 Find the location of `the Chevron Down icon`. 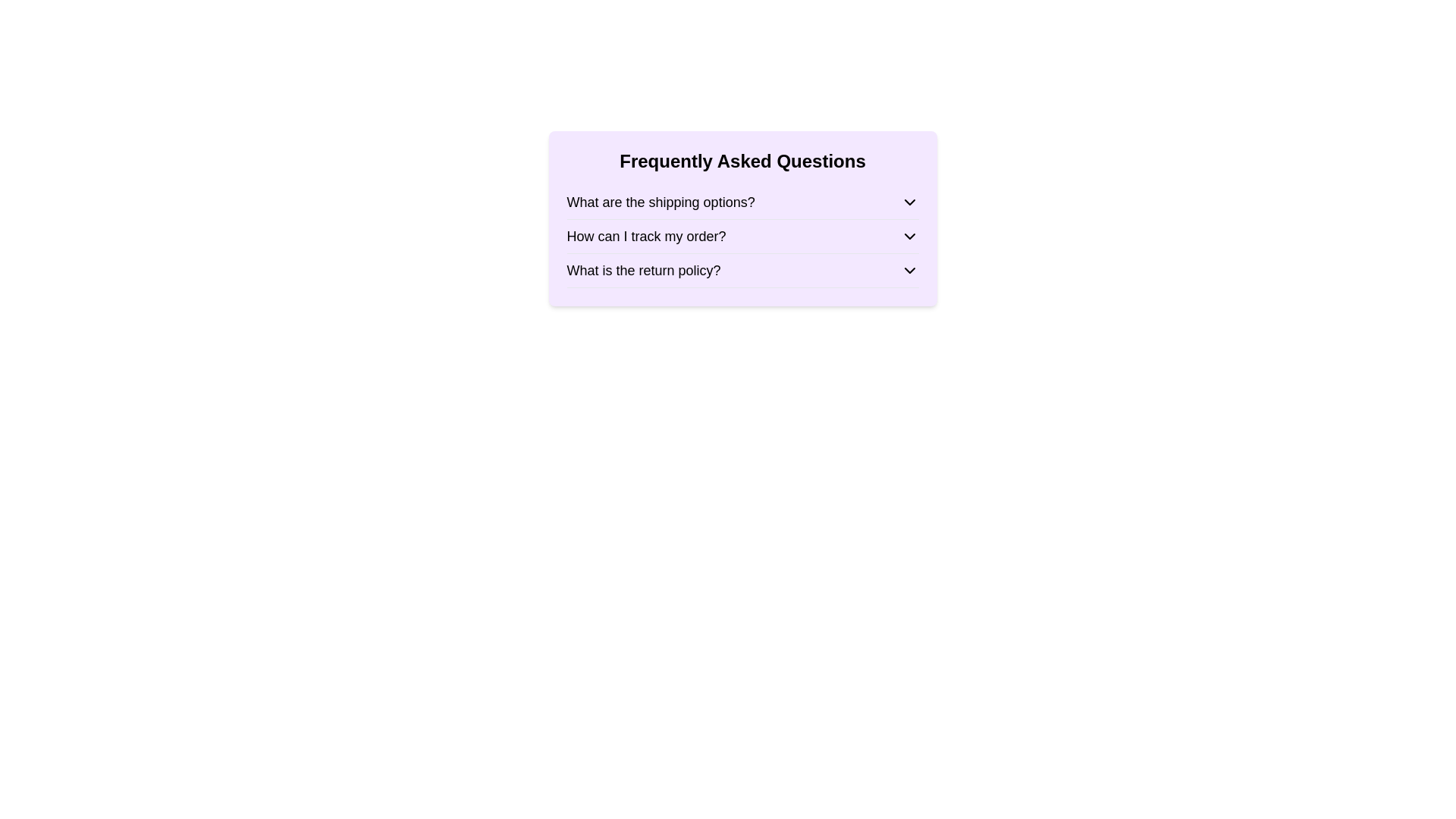

the Chevron Down icon is located at coordinates (909, 237).